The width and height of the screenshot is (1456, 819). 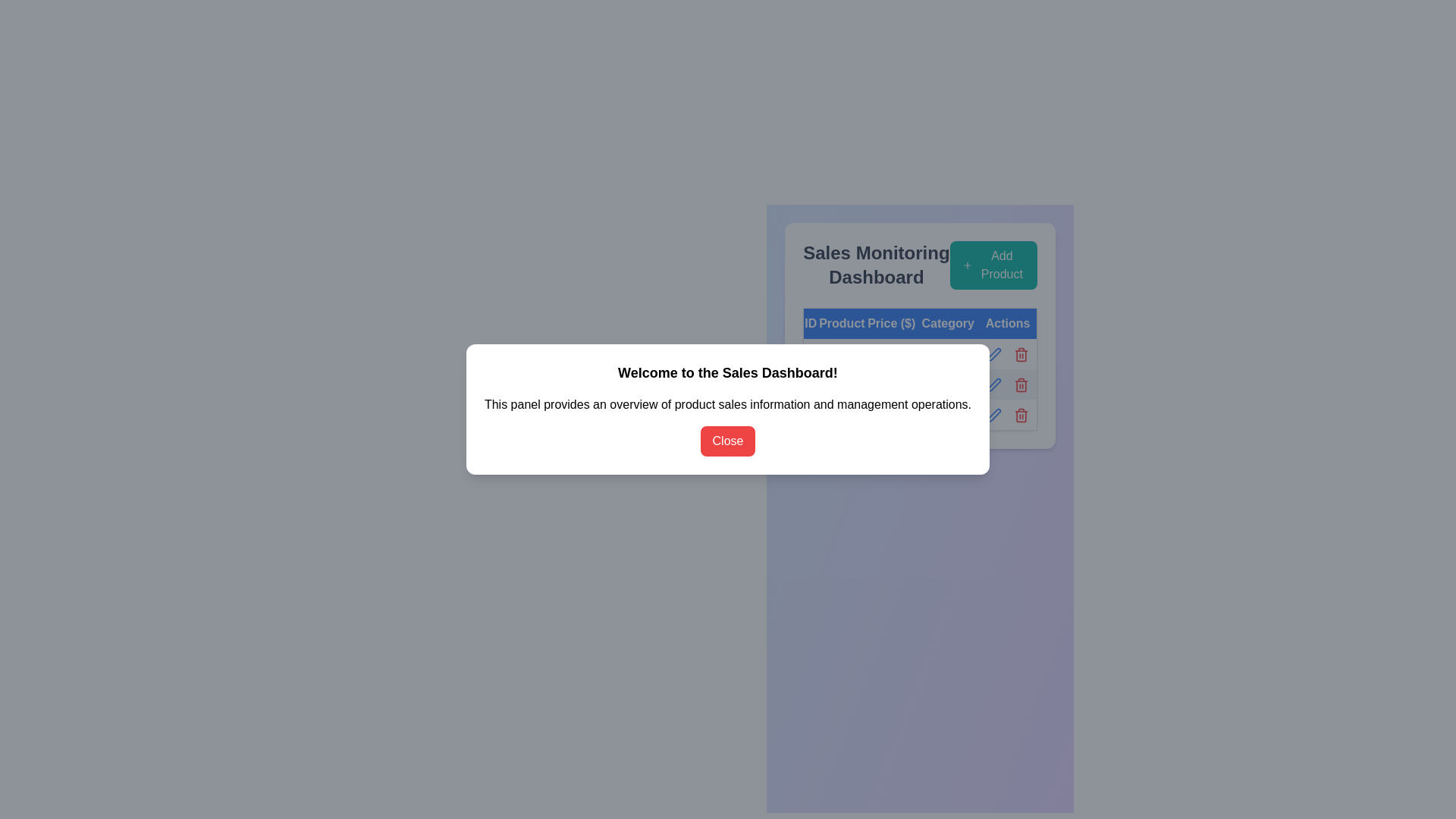 What do you see at coordinates (993, 415) in the screenshot?
I see `the pen-shaped icon with a blue outline located in the action column of the tabular data interface` at bounding box center [993, 415].